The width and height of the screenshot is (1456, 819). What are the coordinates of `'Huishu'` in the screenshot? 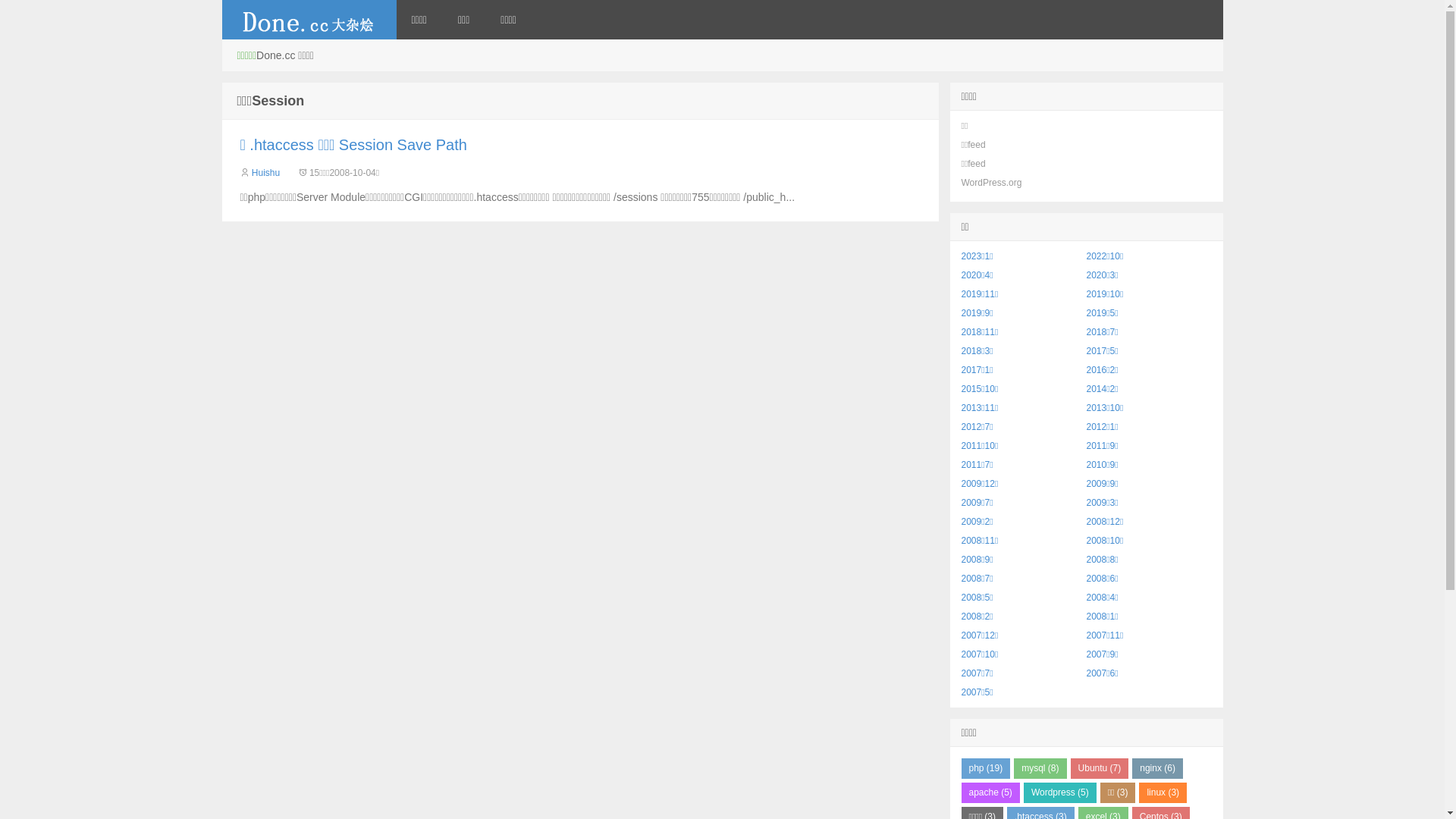 It's located at (265, 171).